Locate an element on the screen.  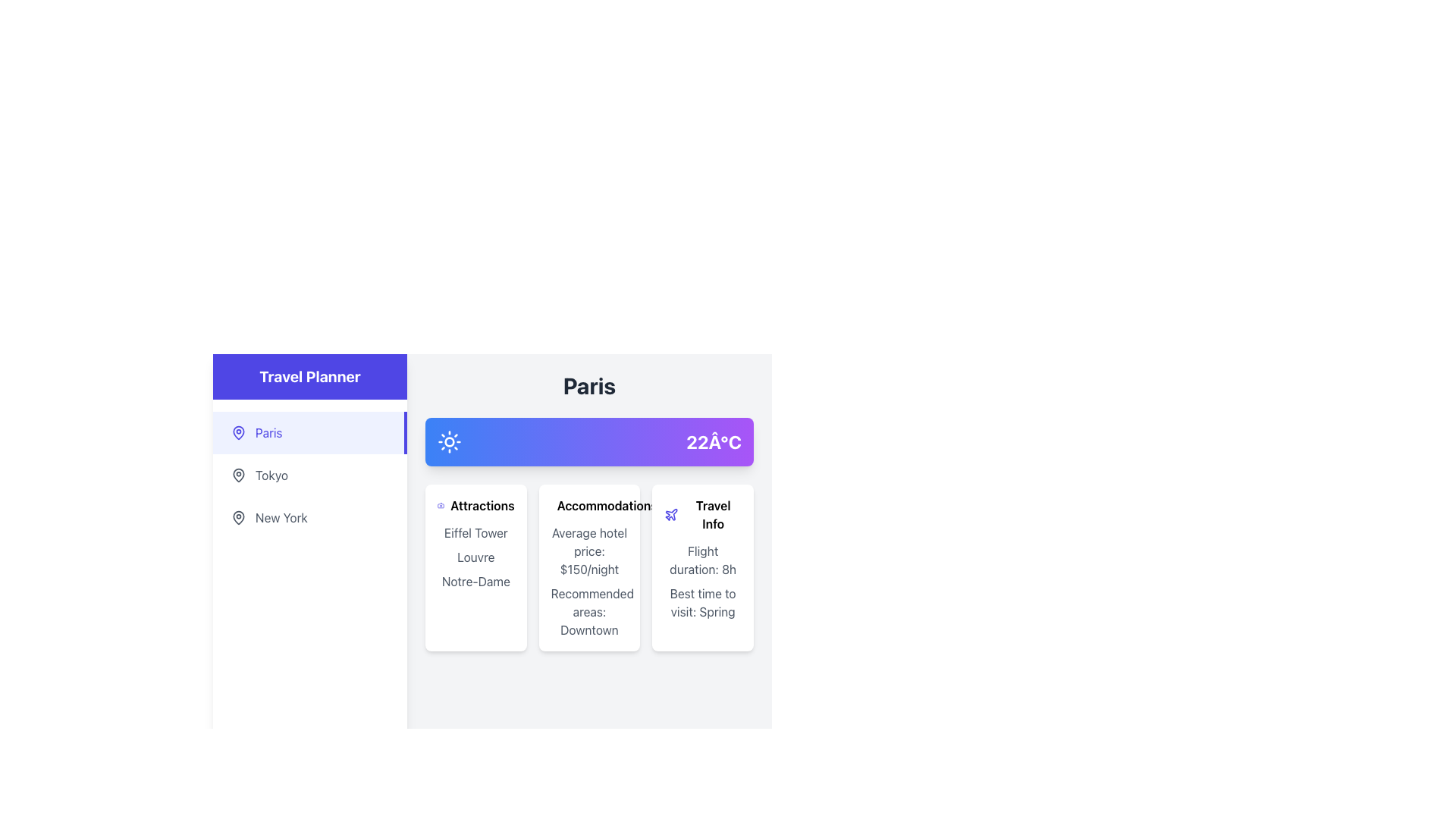
the text label displaying 'Tokyo' in the left sidebar of the application interface is located at coordinates (271, 475).